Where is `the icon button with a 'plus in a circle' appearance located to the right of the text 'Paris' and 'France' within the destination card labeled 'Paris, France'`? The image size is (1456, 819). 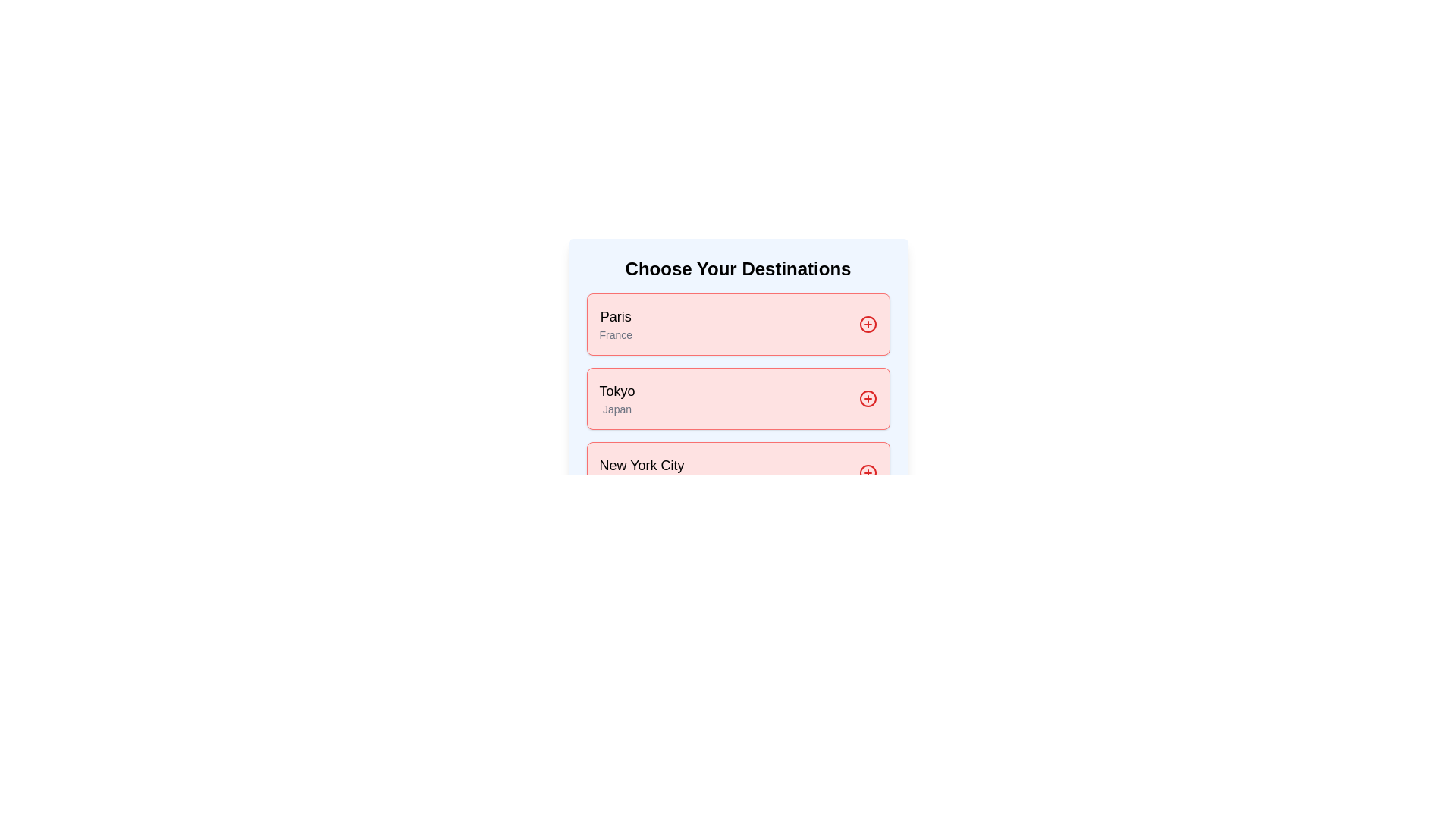
the icon button with a 'plus in a circle' appearance located to the right of the text 'Paris' and 'France' within the destination card labeled 'Paris, France' is located at coordinates (868, 324).